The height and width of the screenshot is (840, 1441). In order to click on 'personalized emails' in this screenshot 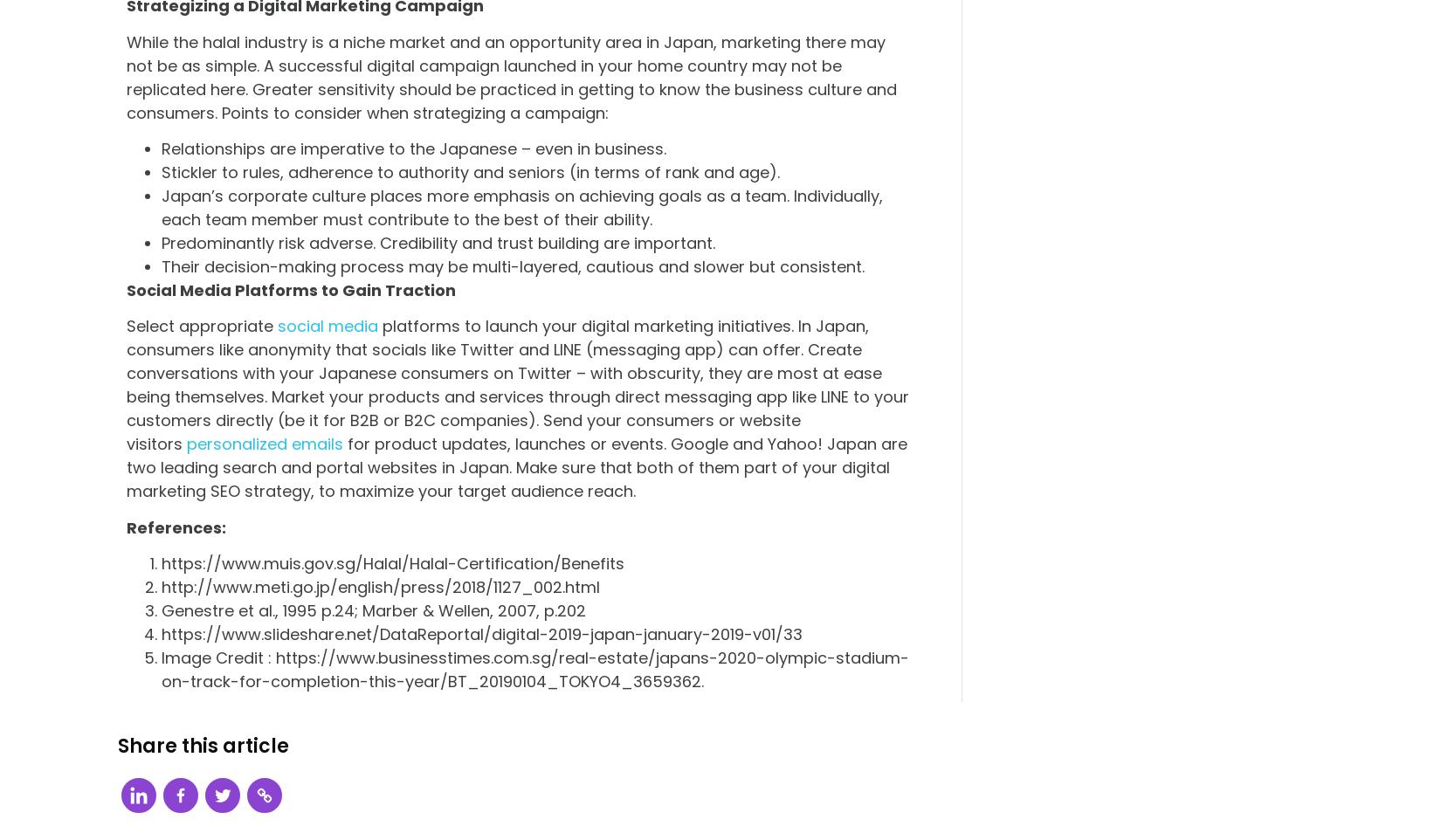, I will do `click(265, 443)`.